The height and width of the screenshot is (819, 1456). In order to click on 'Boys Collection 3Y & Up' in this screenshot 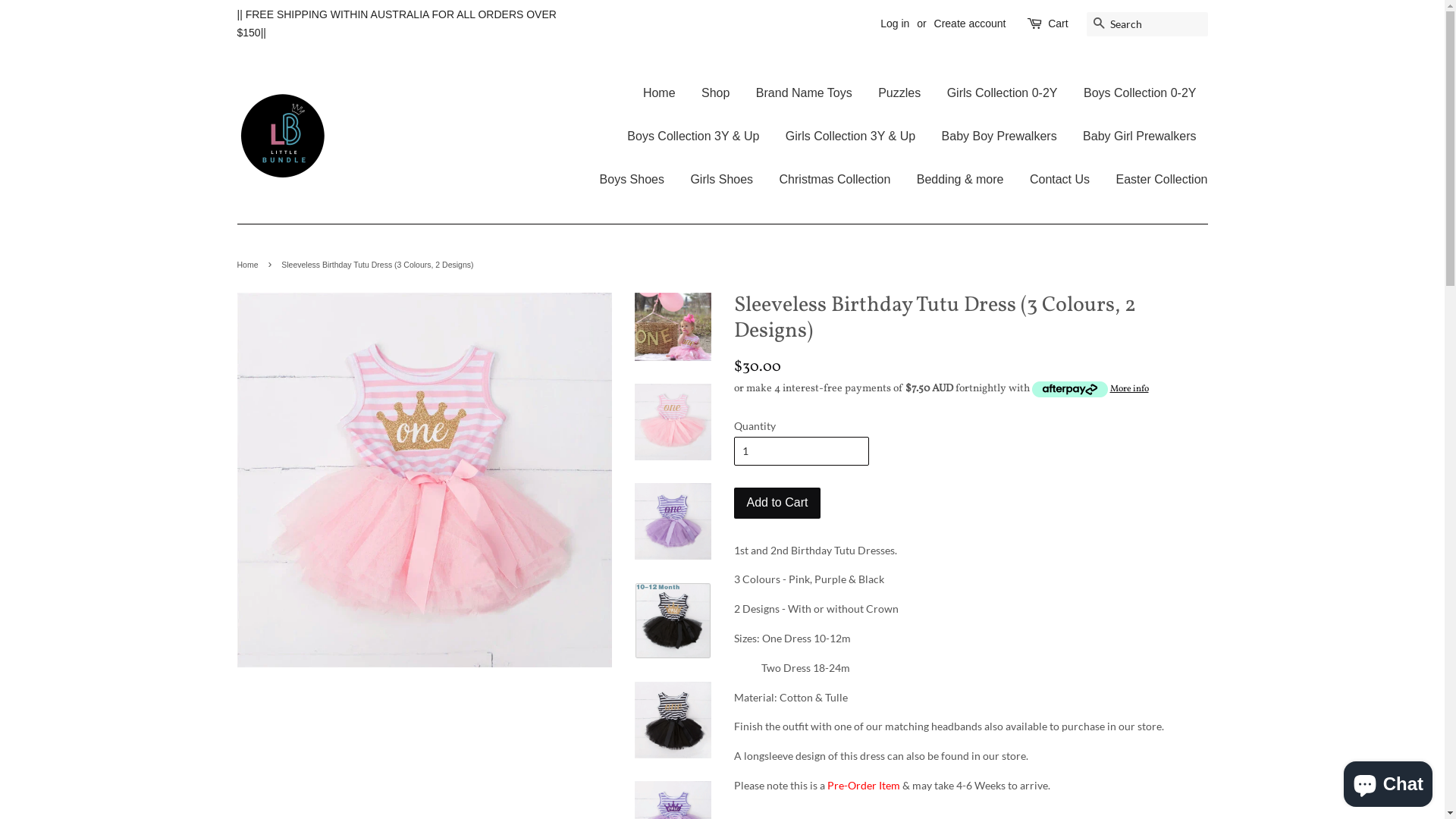, I will do `click(692, 135)`.